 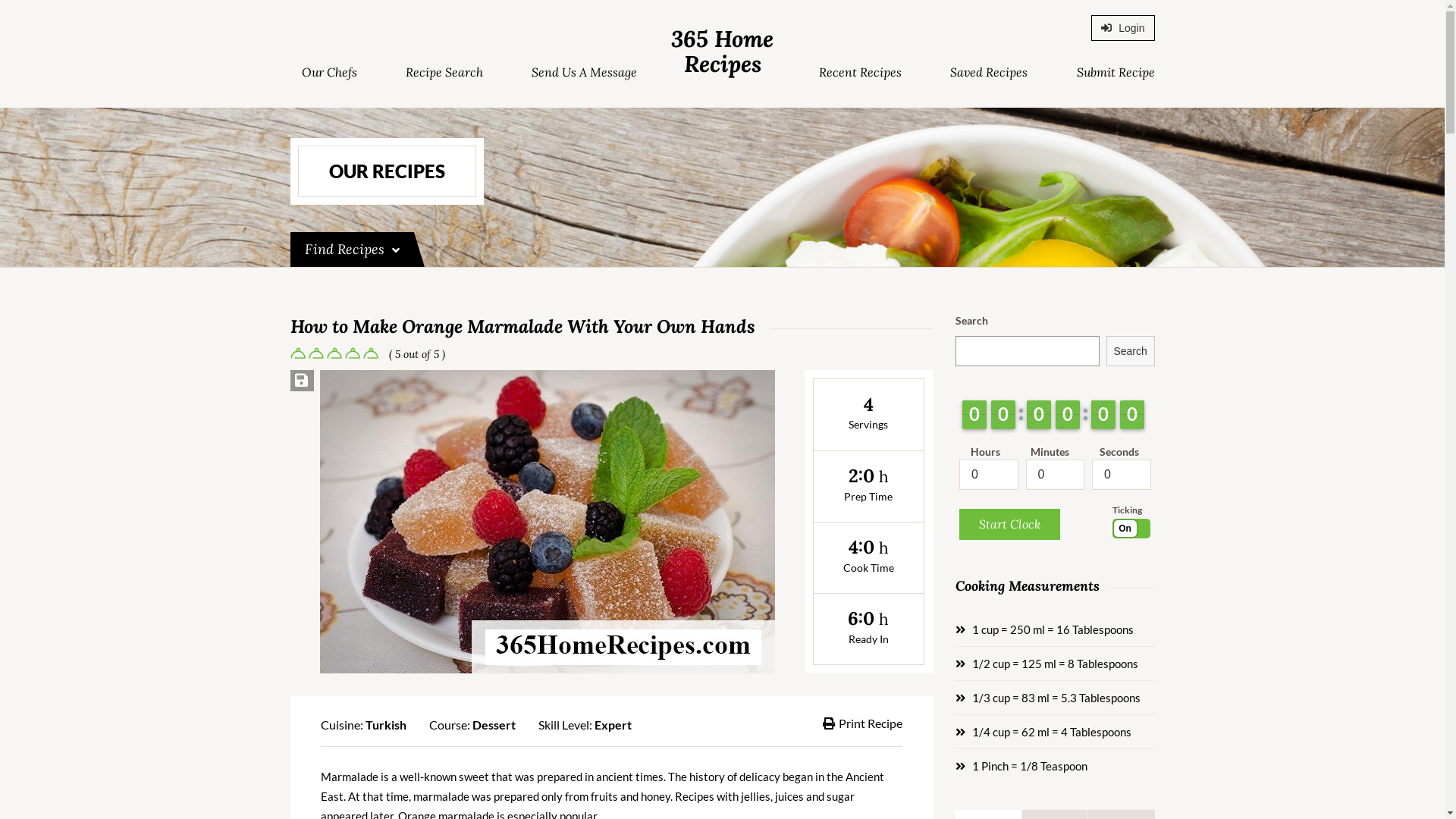 What do you see at coordinates (1116, 73) in the screenshot?
I see `'Submit Recipe'` at bounding box center [1116, 73].